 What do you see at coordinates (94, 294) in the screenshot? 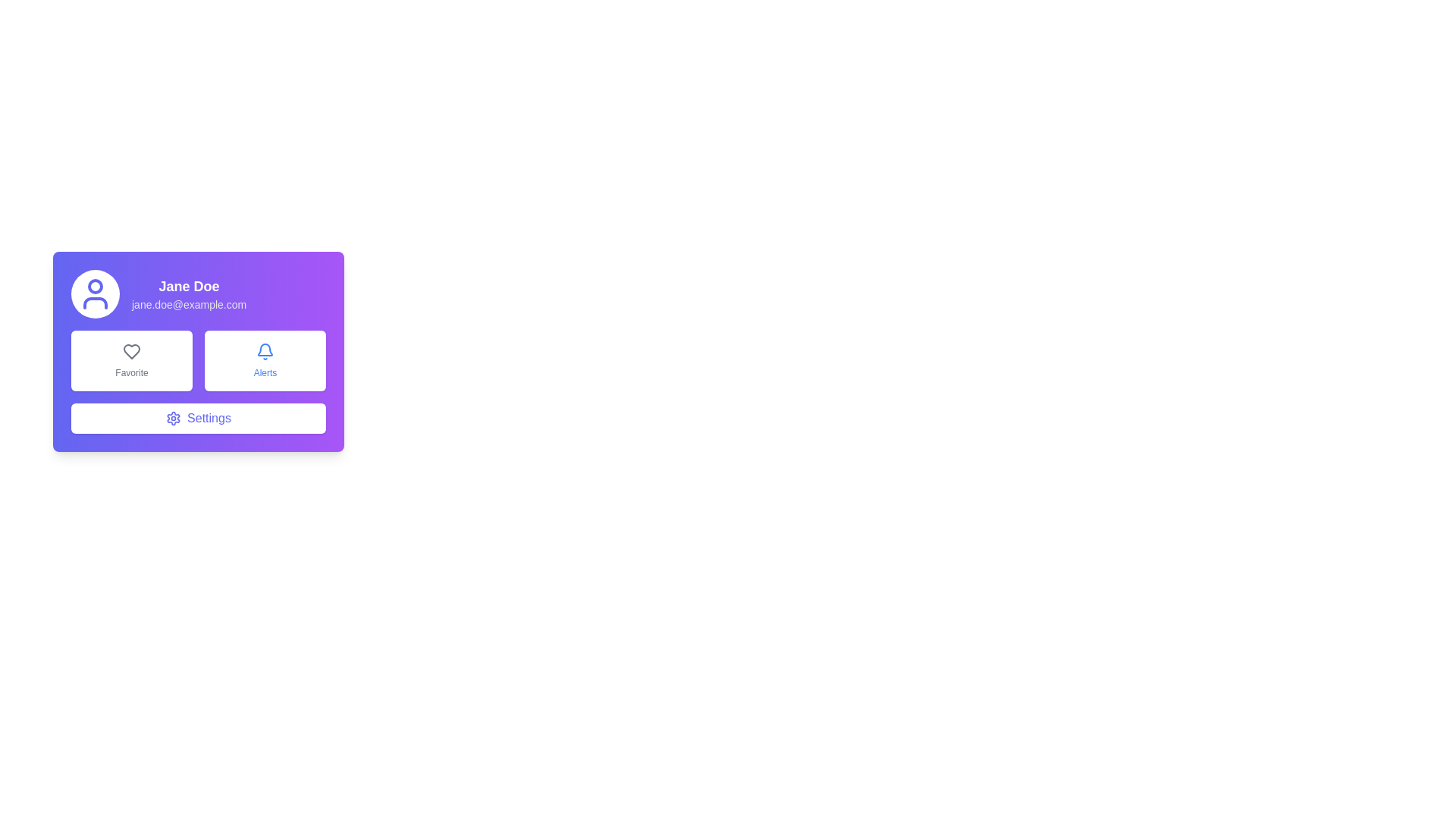
I see `the user avatar icon which represents the profile image of 'Jane Doe'` at bounding box center [94, 294].